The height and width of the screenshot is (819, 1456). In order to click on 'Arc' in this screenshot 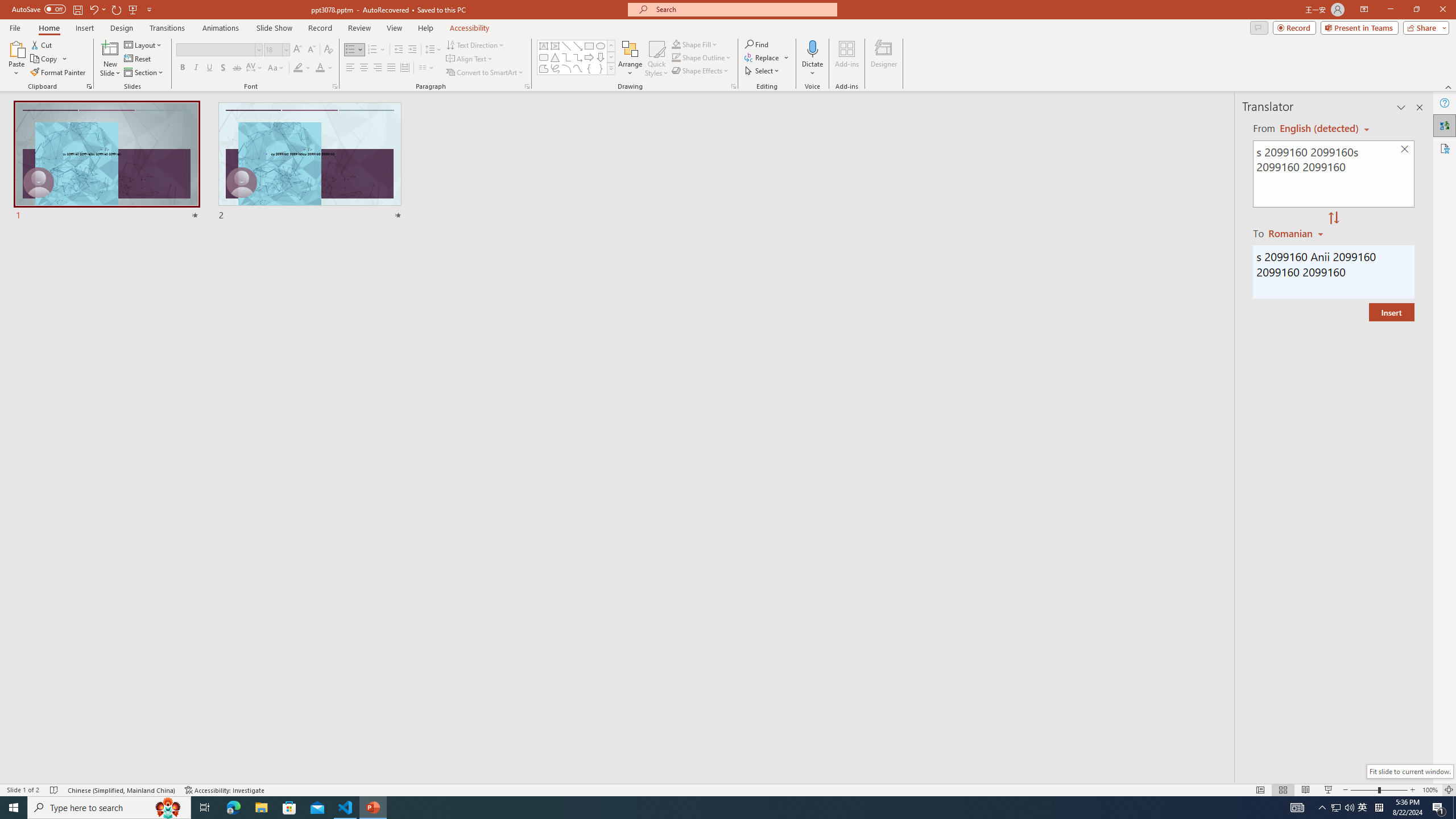, I will do `click(565, 68)`.